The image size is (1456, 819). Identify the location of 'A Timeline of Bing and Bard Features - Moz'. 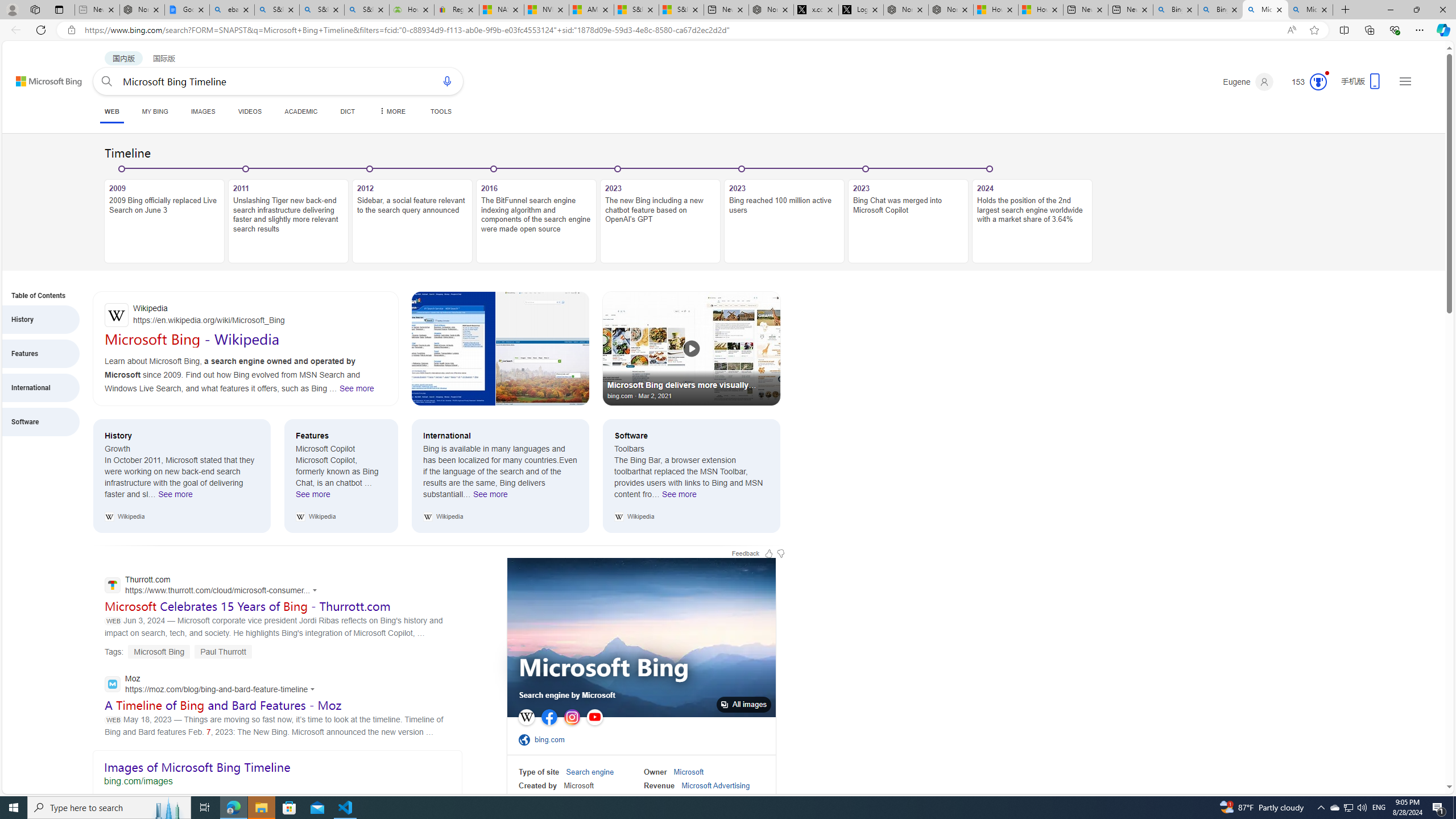
(222, 704).